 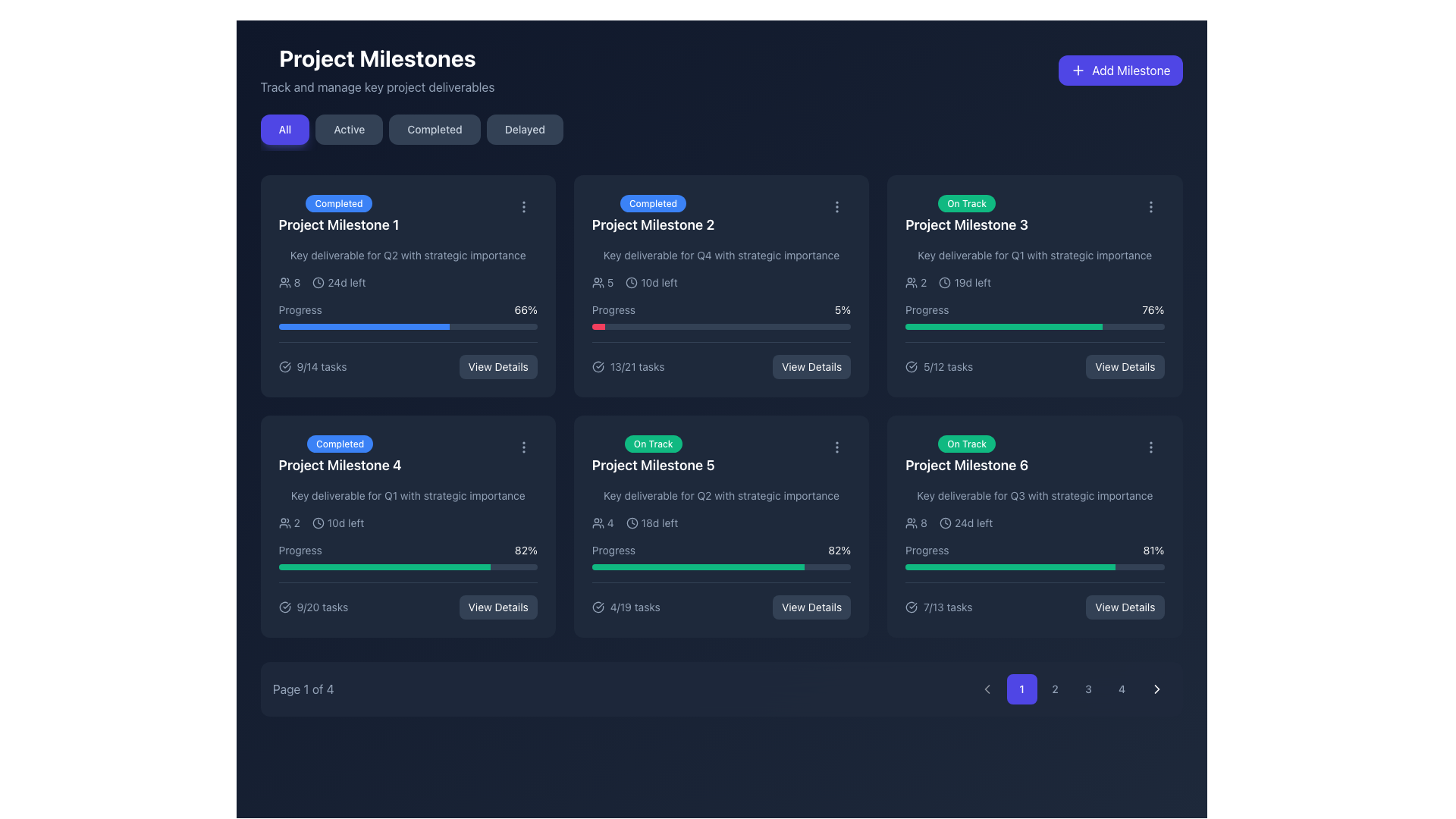 I want to click on the text '9/20 tasks' with the accompanying tick icon, located at the bottom left corner of the card labeled 'Project Milestone 4', so click(x=312, y=607).